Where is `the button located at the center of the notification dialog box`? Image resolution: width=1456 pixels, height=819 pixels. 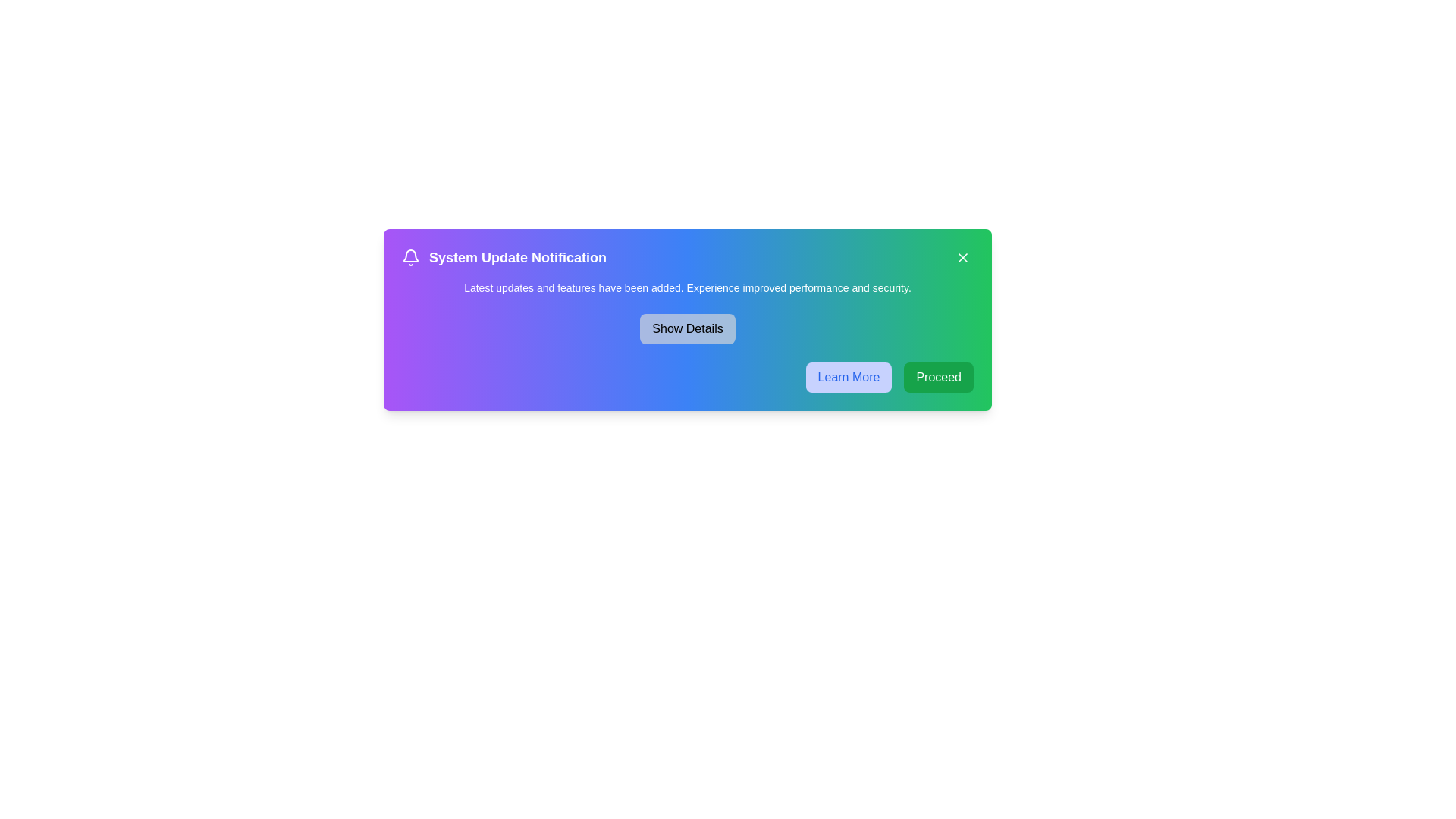
the button located at the center of the notification dialog box is located at coordinates (687, 328).